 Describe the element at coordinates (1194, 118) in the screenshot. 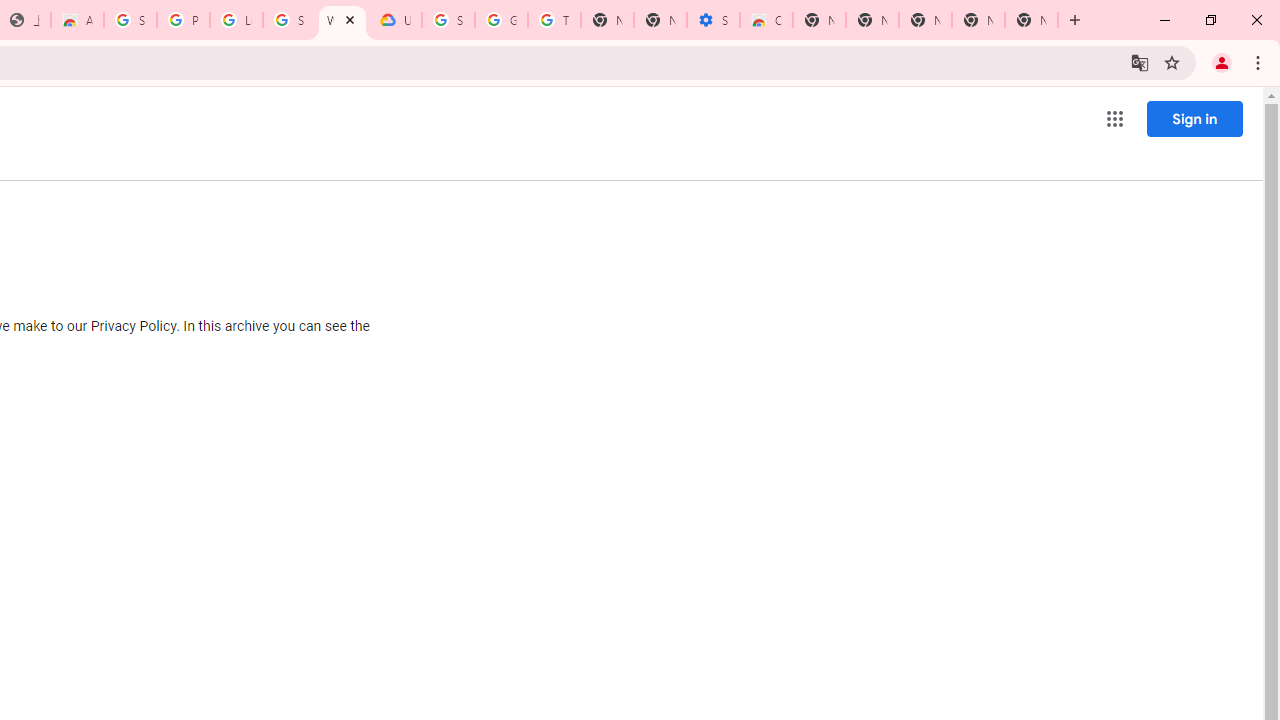

I see `'Sign in'` at that location.